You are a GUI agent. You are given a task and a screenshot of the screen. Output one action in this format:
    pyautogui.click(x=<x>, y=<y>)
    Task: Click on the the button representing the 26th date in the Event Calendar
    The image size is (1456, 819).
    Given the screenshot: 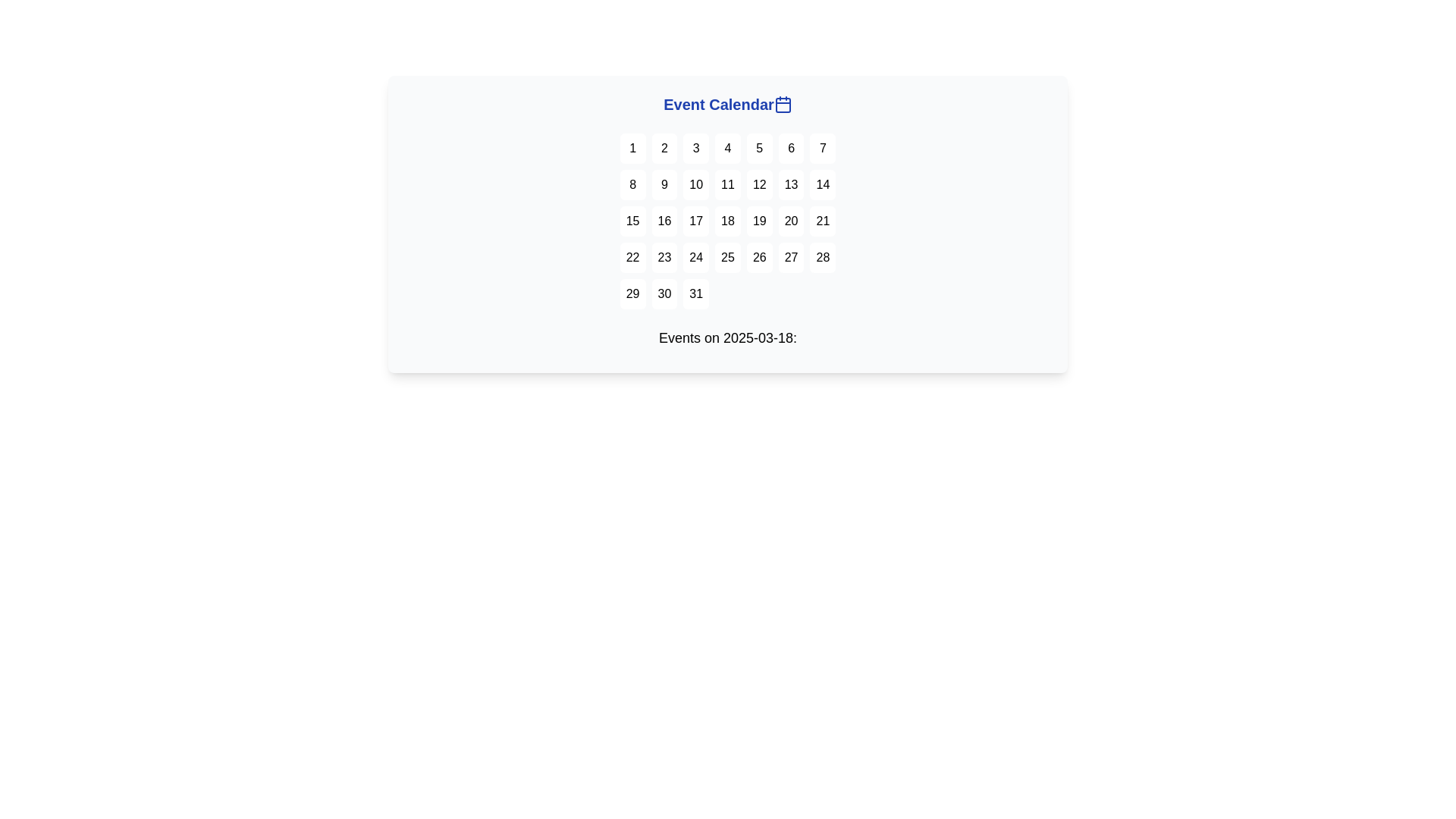 What is the action you would take?
    pyautogui.click(x=759, y=256)
    